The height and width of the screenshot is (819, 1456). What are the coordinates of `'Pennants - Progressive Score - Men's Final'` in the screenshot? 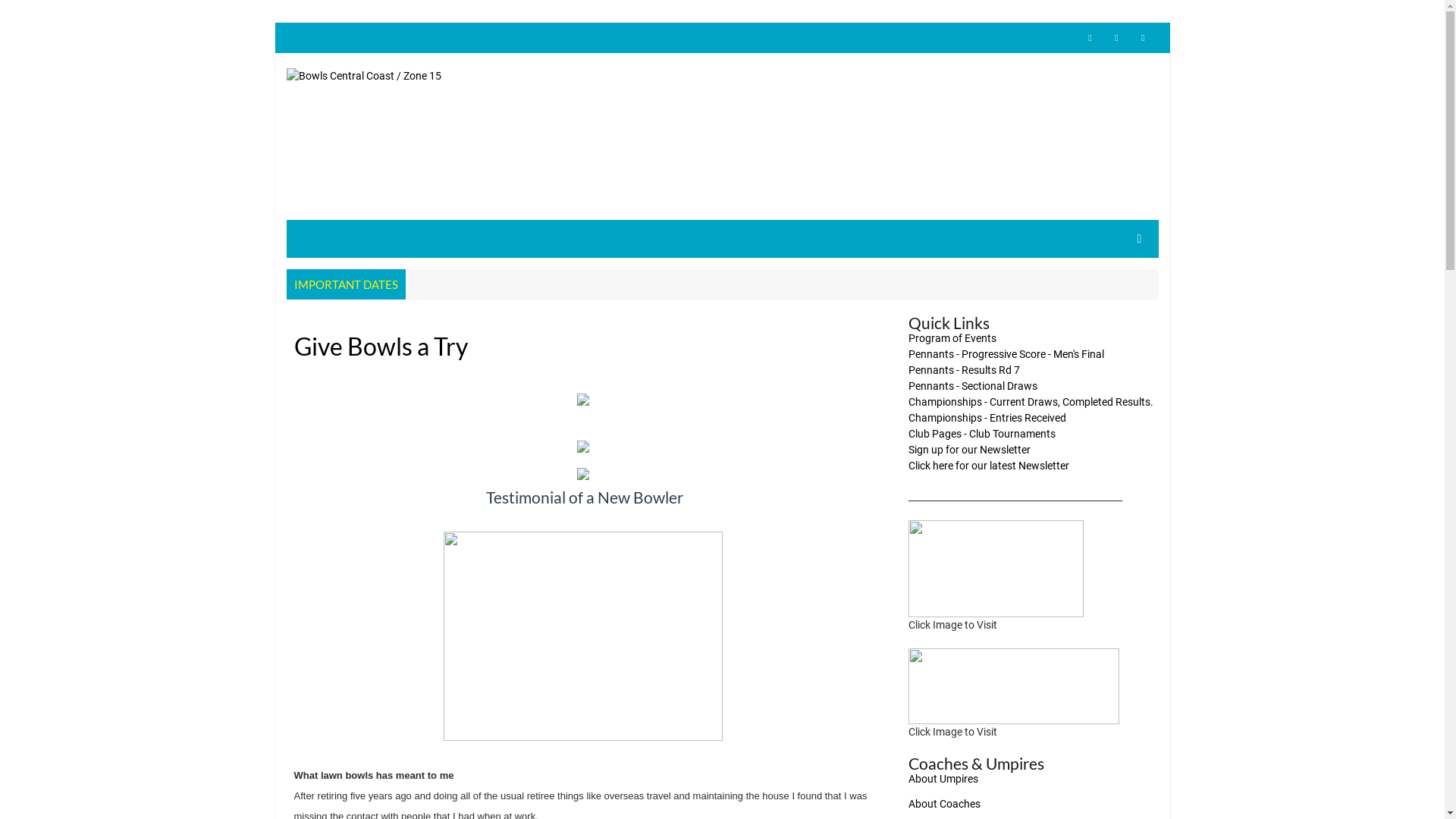 It's located at (908, 353).